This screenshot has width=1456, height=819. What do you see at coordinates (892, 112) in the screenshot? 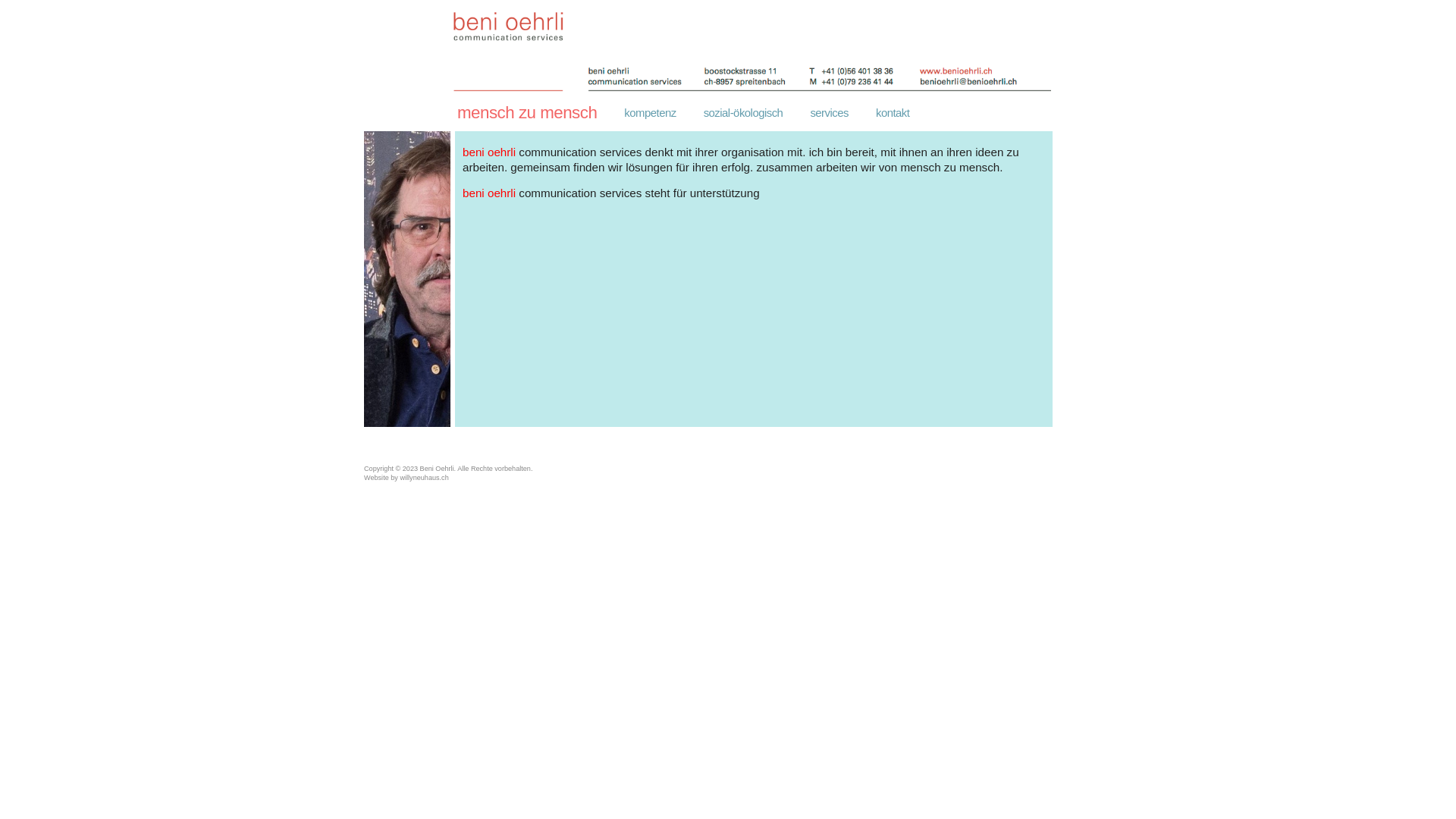
I see `'kontakt'` at bounding box center [892, 112].